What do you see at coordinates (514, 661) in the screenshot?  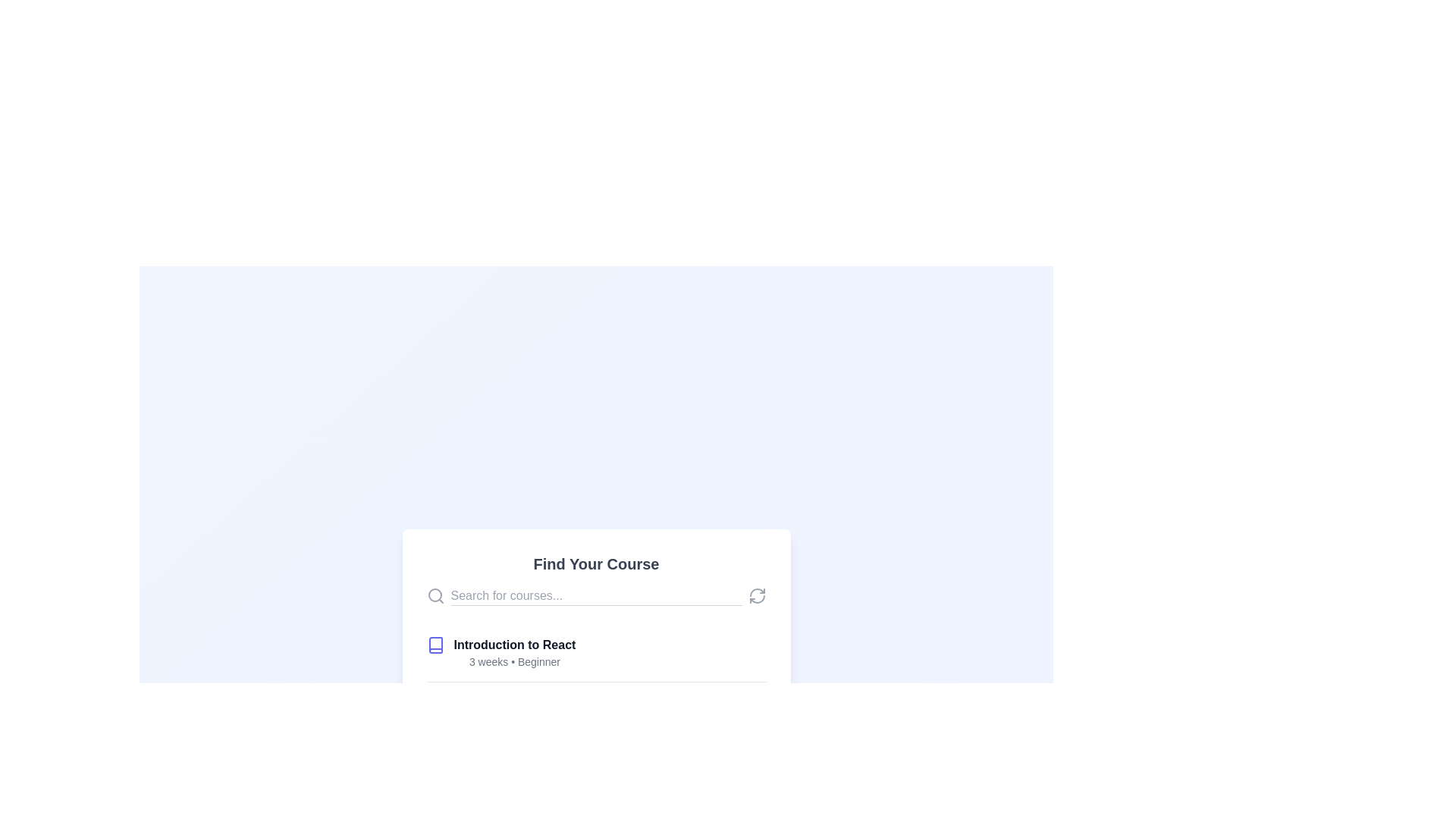 I see `the text element providing details about the course duration and difficulty level, located directly below 'Introduction to React'` at bounding box center [514, 661].